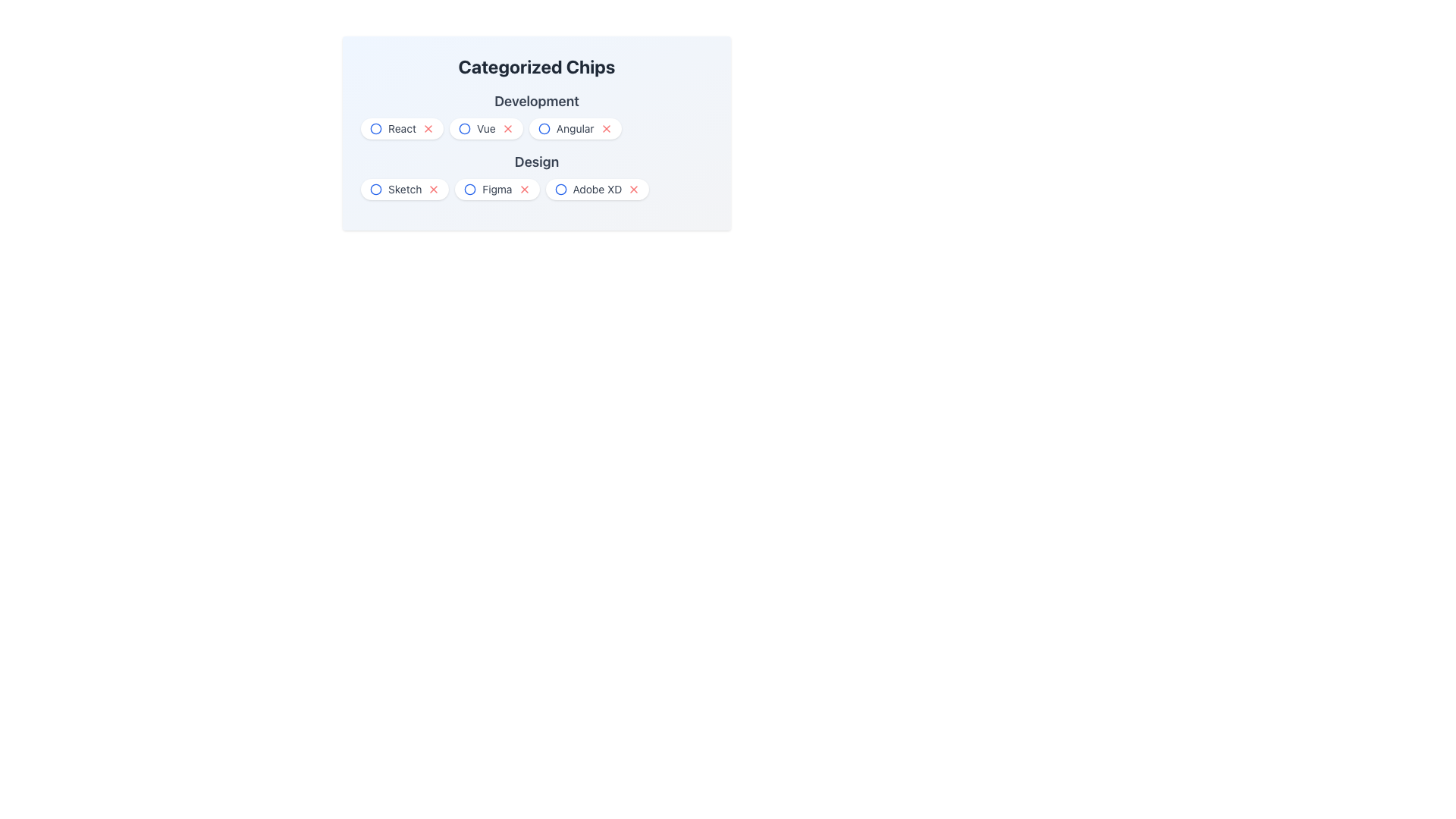 This screenshot has width=1456, height=819. Describe the element at coordinates (428, 127) in the screenshot. I see `the delete button located to the right of the 'React' label` at that location.